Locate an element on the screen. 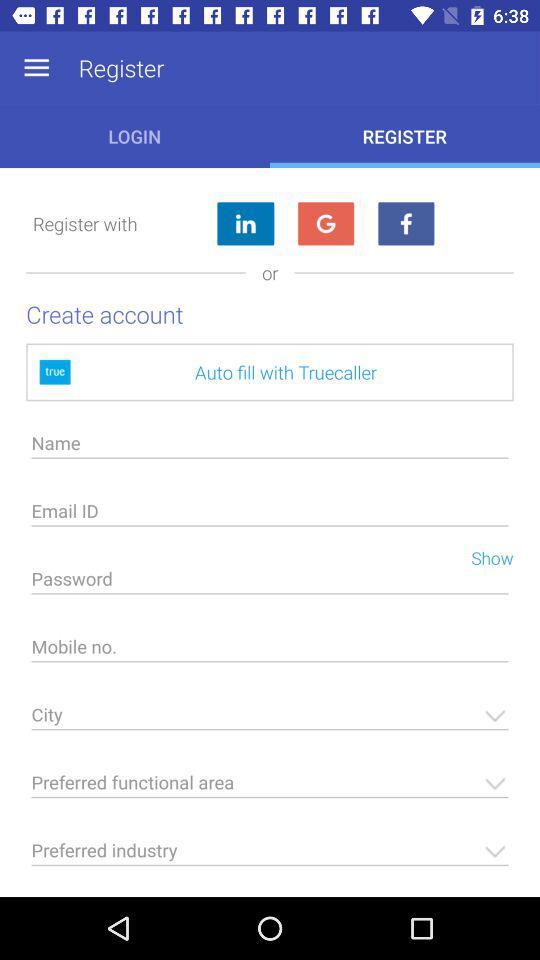 This screenshot has height=960, width=540. the item next to register with is located at coordinates (245, 224).